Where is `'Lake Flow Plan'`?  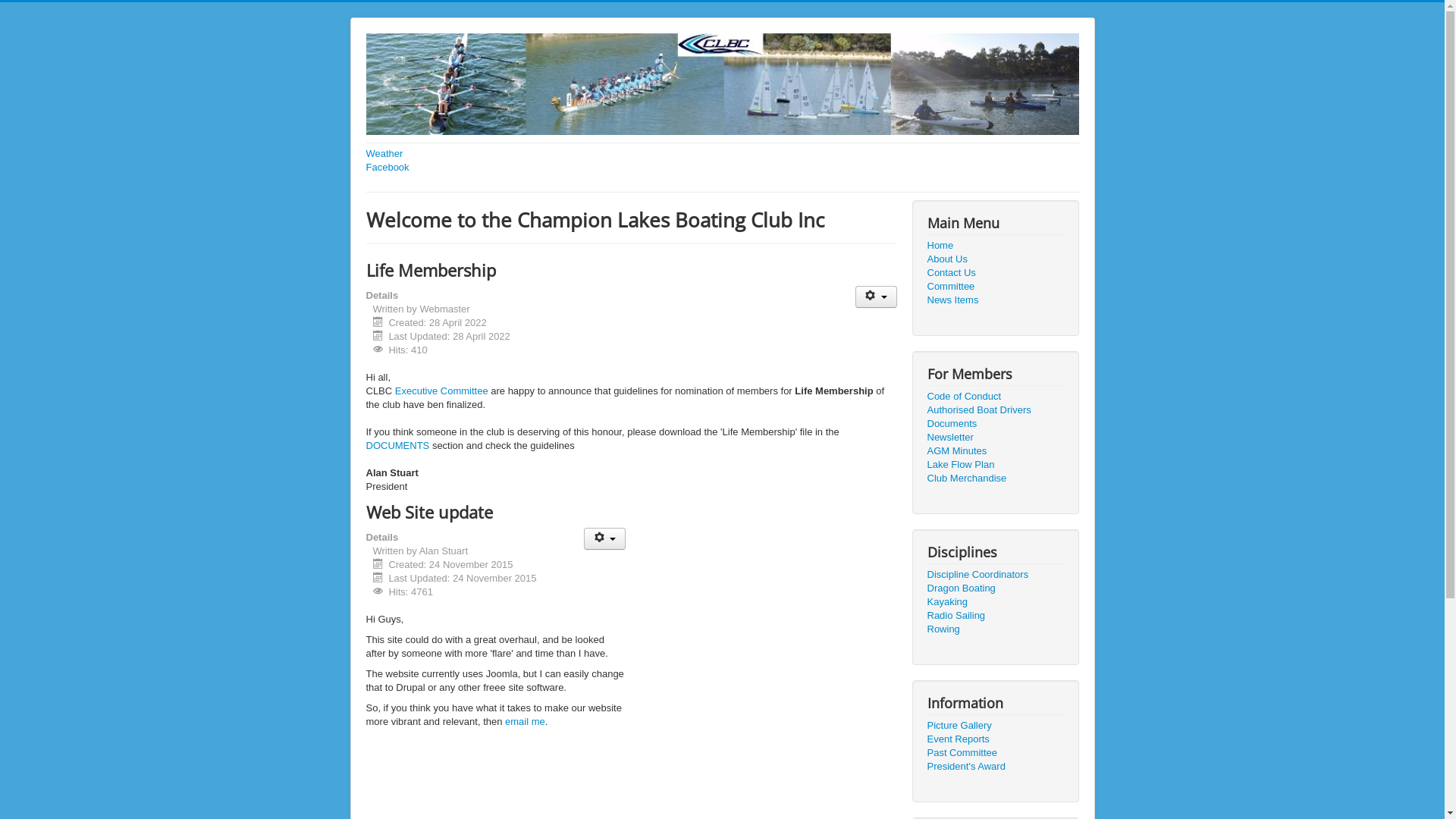
'Lake Flow Plan' is located at coordinates (994, 464).